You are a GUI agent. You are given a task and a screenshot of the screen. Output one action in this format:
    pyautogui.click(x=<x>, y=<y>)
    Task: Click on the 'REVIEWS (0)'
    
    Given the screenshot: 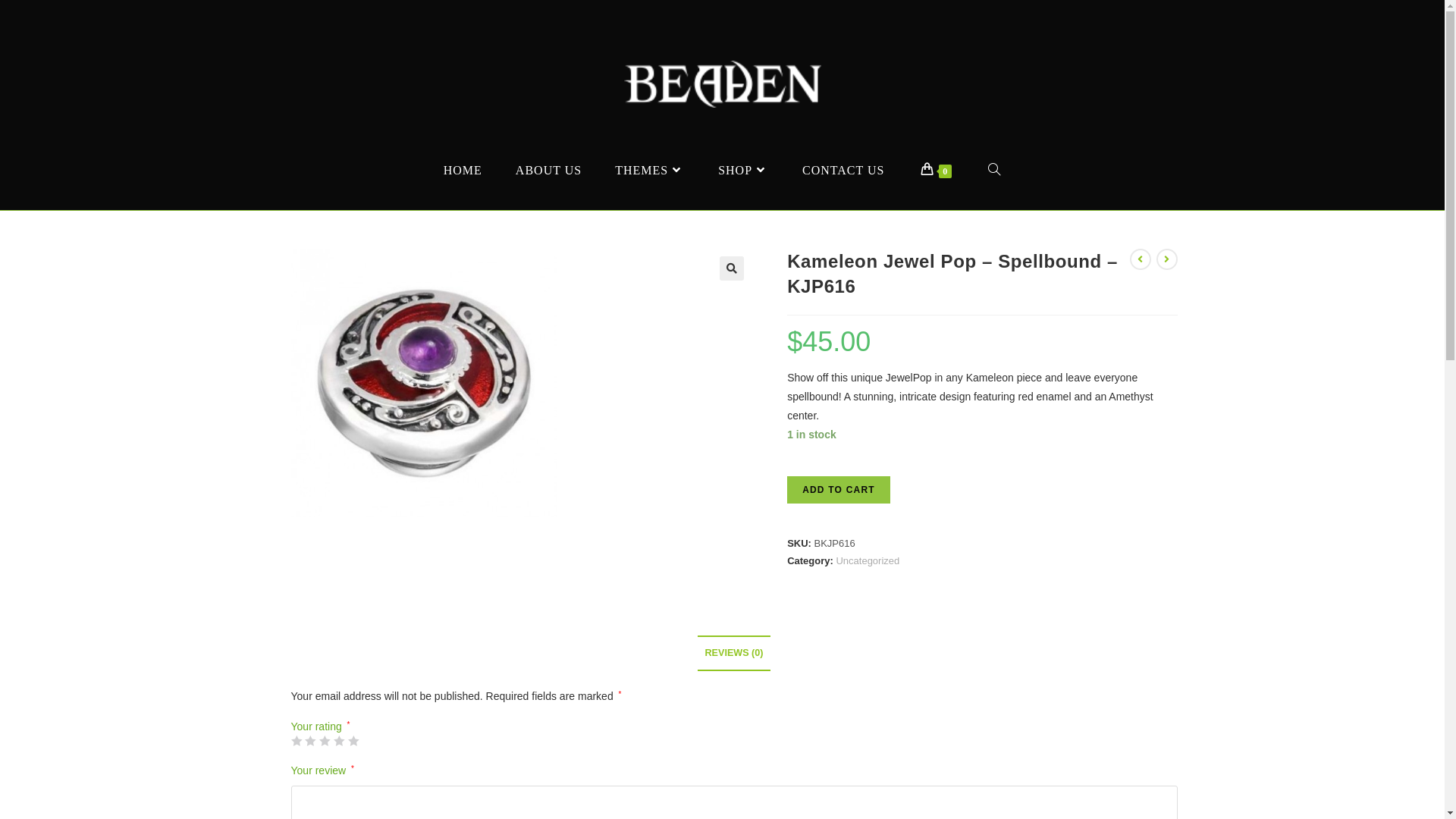 What is the action you would take?
    pyautogui.click(x=734, y=652)
    